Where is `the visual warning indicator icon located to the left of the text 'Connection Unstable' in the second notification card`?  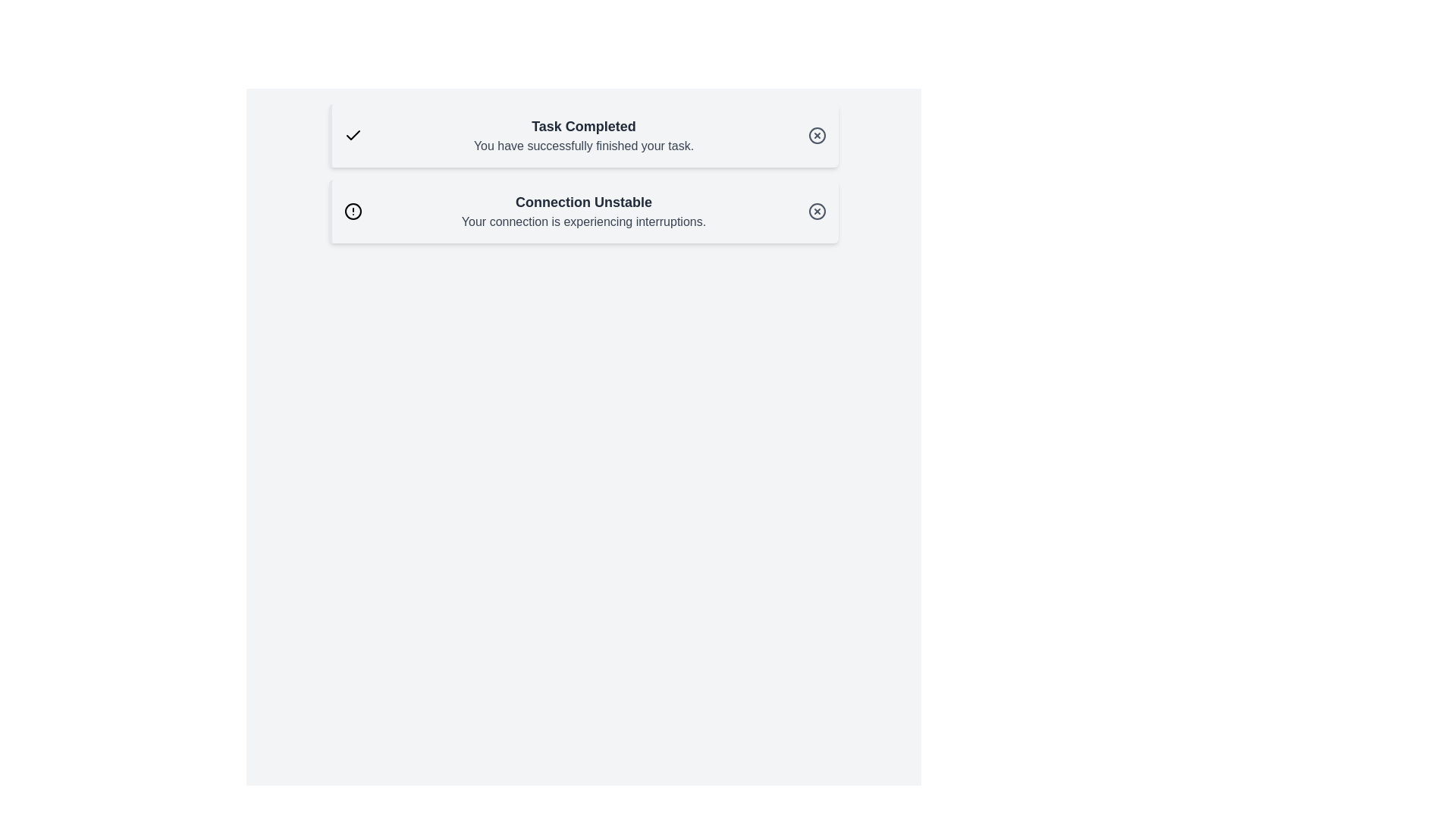
the visual warning indicator icon located to the left of the text 'Connection Unstable' in the second notification card is located at coordinates (352, 211).